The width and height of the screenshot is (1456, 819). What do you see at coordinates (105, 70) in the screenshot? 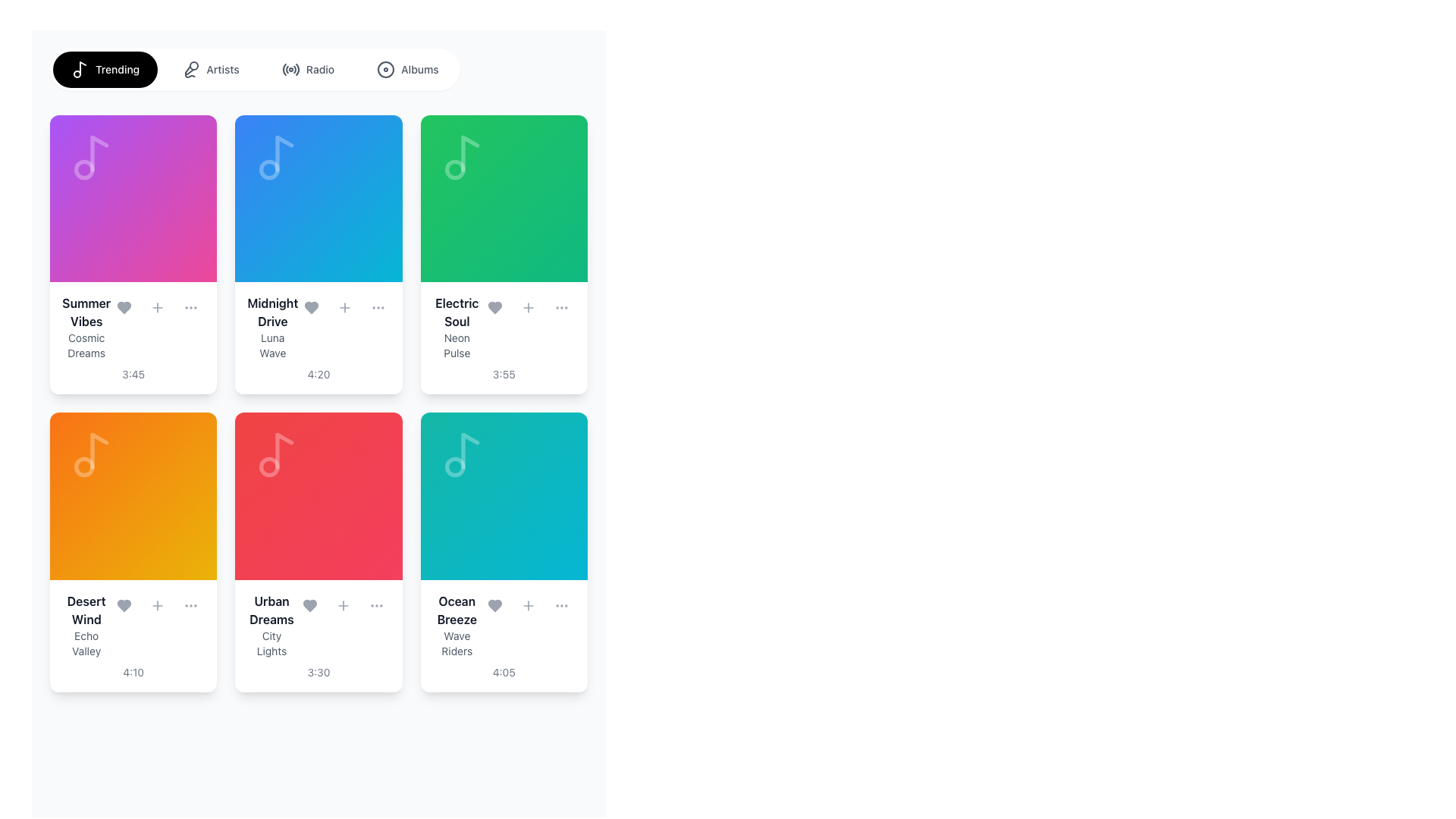
I see `the trending content button located at the top-left corner of the interface` at bounding box center [105, 70].